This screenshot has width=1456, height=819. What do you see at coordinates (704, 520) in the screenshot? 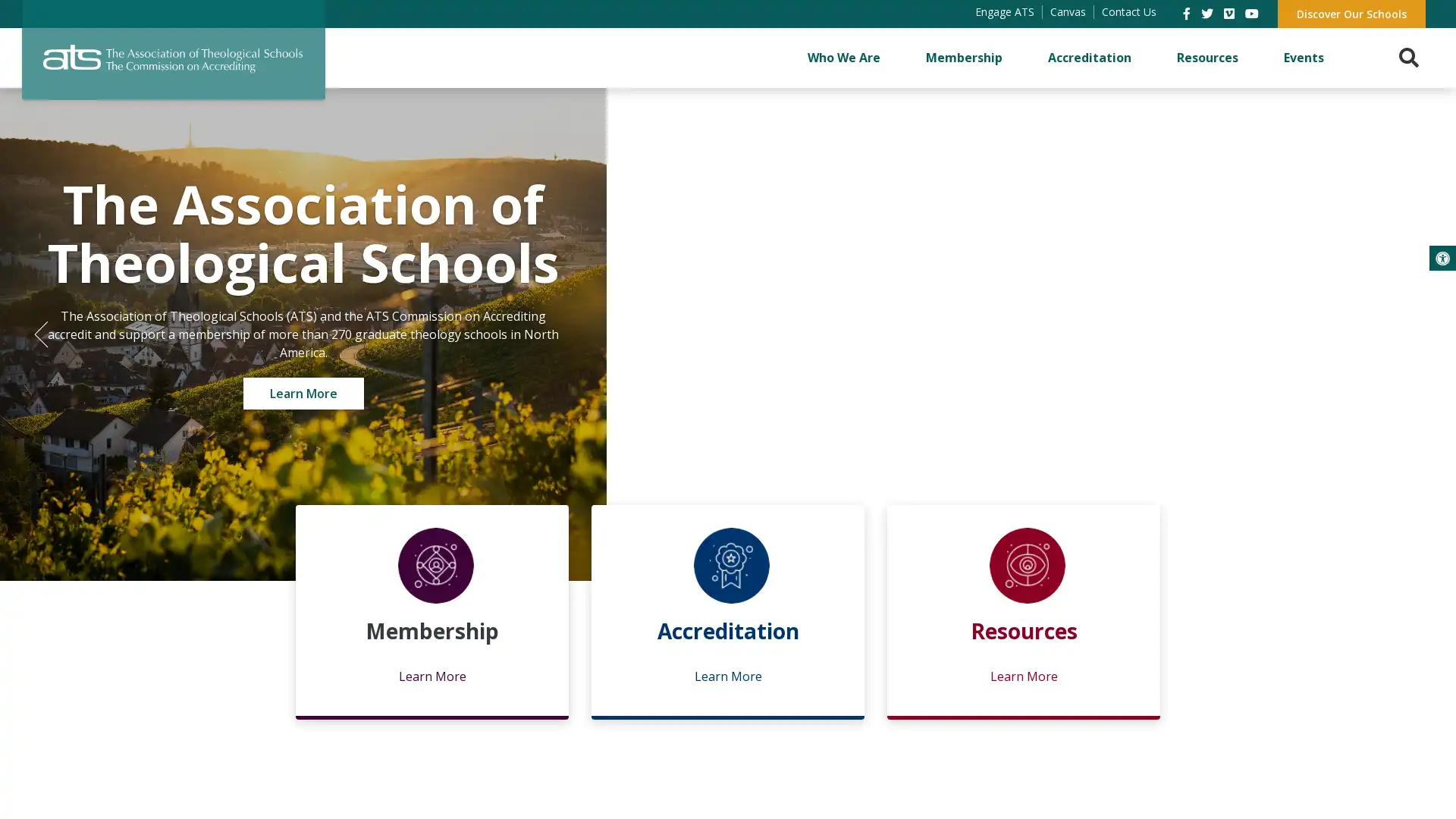
I see `1` at bounding box center [704, 520].